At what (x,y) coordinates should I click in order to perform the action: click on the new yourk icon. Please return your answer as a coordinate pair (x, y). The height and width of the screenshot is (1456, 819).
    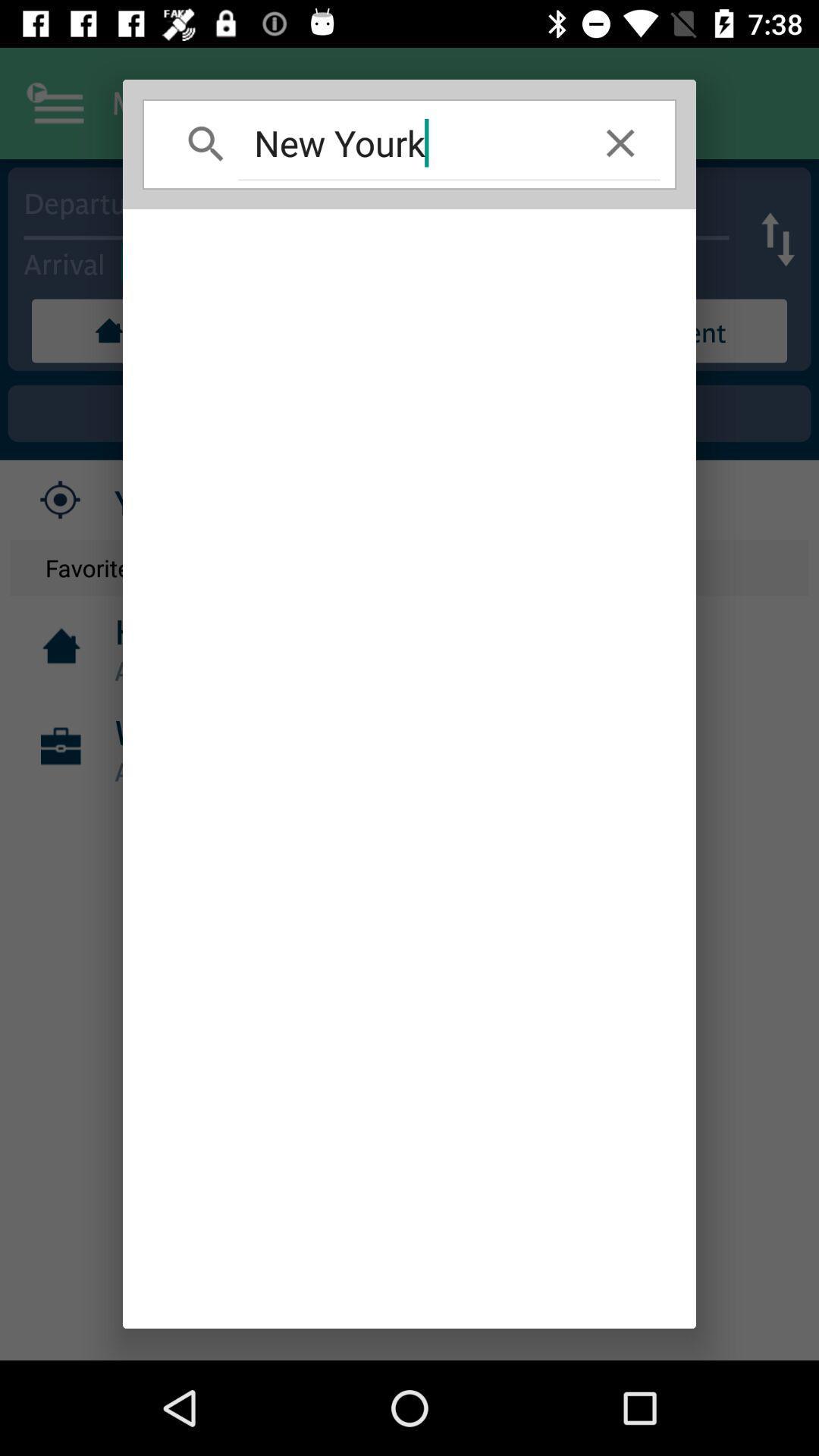
    Looking at the image, I should click on (409, 143).